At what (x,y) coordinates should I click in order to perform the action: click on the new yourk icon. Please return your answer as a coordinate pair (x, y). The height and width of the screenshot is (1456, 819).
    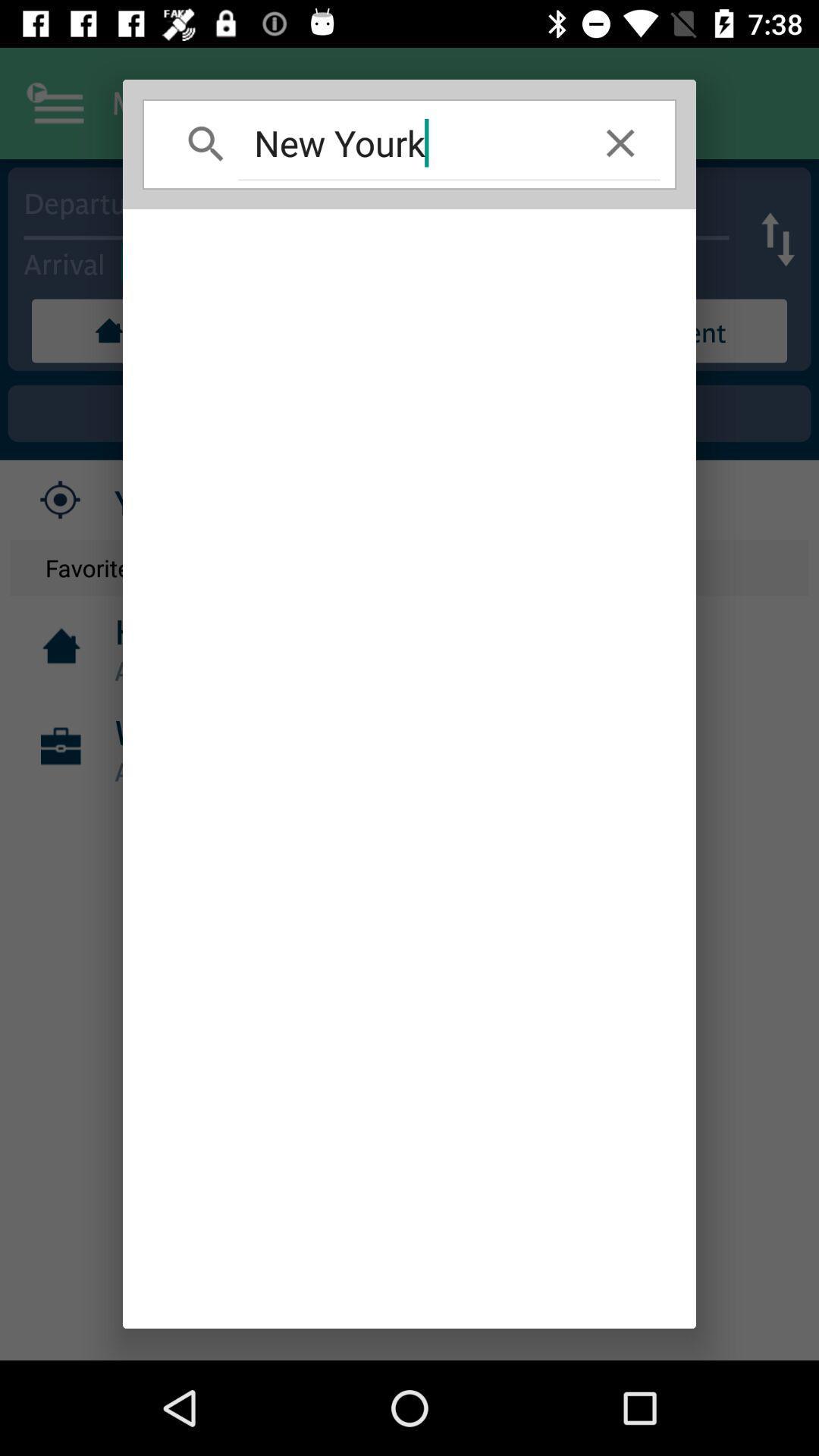
    Looking at the image, I should click on (409, 143).